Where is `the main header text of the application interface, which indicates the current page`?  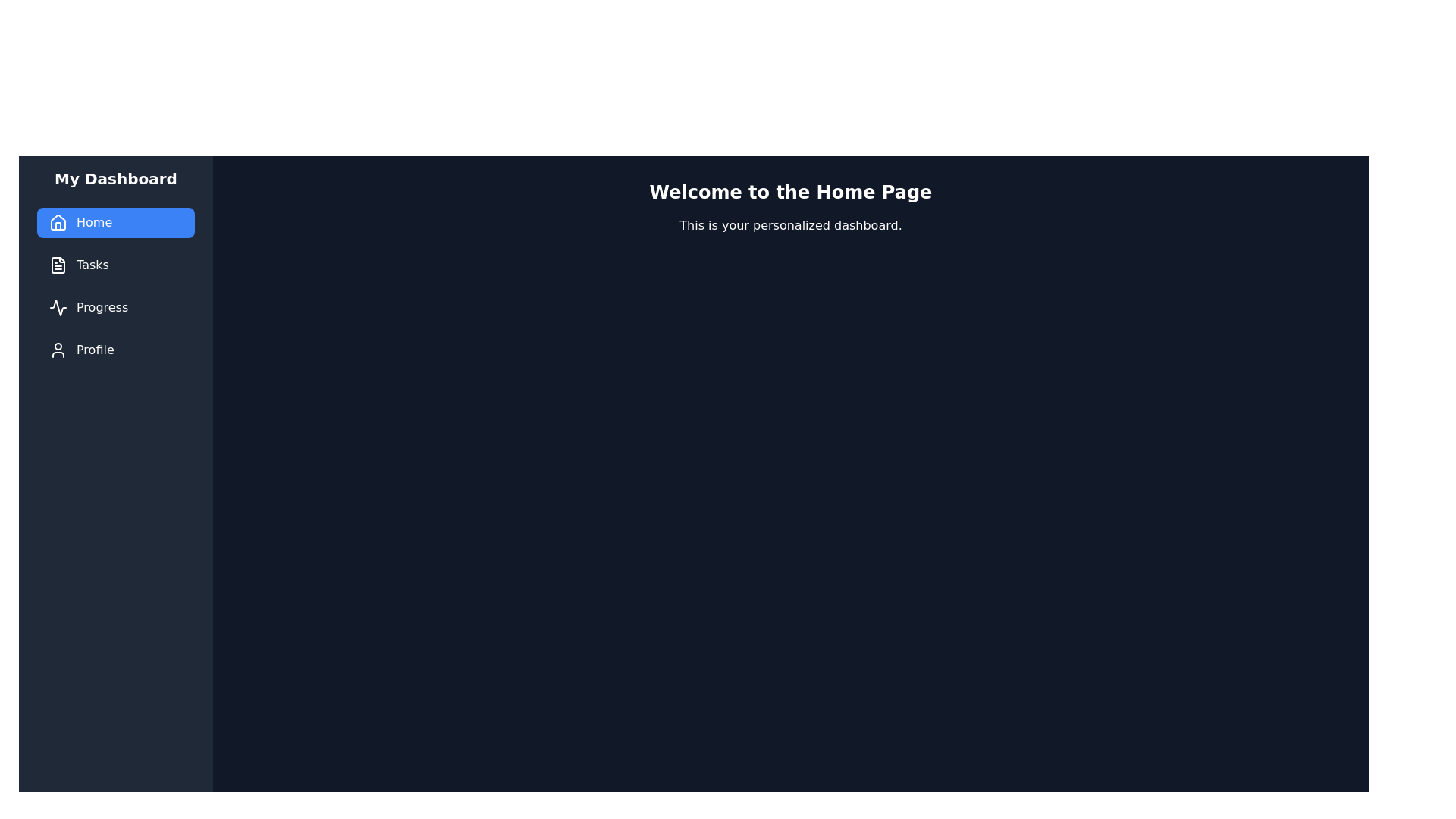
the main header text of the application interface, which indicates the current page is located at coordinates (789, 192).